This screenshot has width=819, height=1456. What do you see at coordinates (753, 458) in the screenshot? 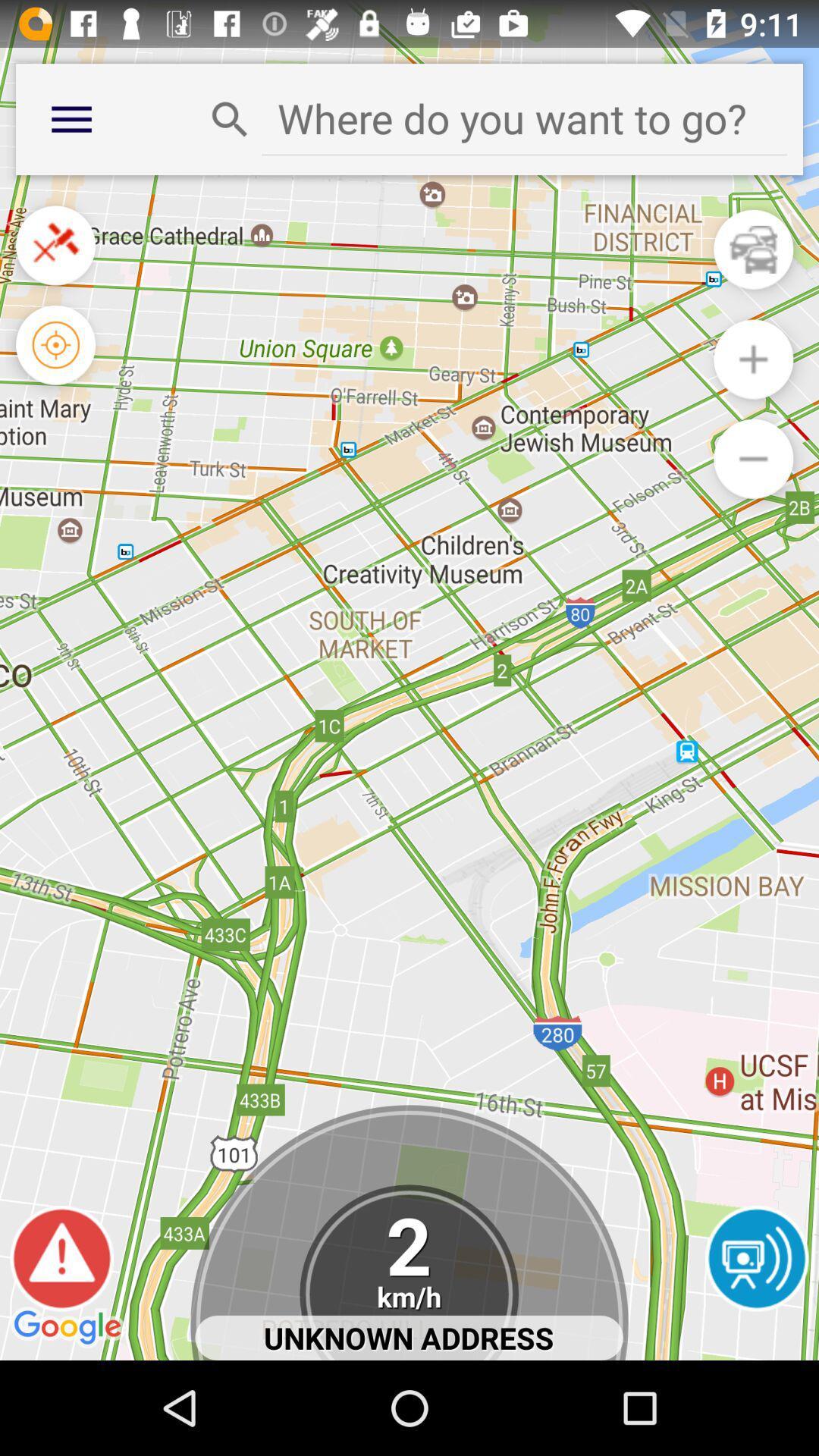
I see `zoom out` at bounding box center [753, 458].